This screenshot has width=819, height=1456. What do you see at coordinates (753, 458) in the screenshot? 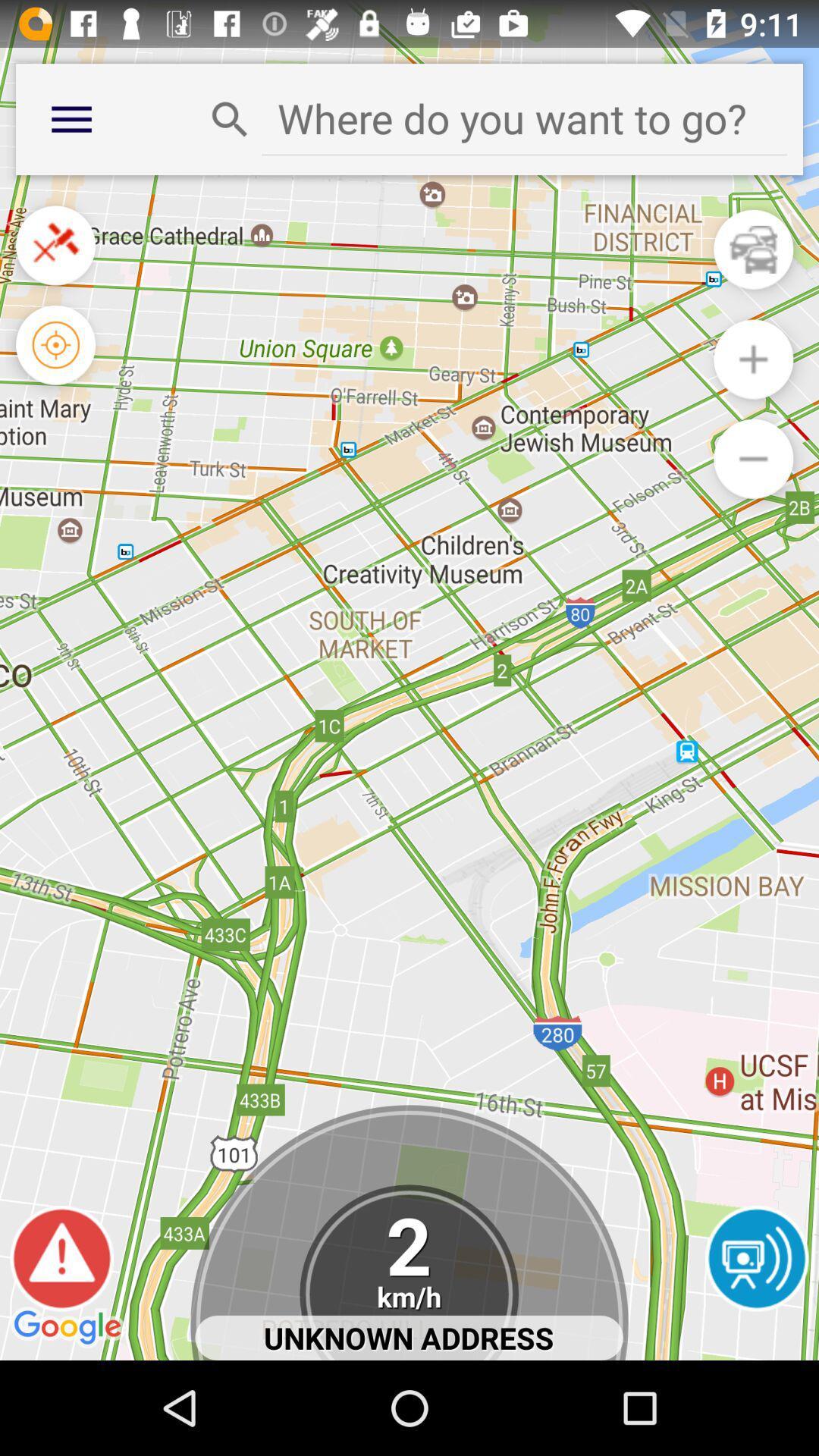
I see `zoom out` at bounding box center [753, 458].